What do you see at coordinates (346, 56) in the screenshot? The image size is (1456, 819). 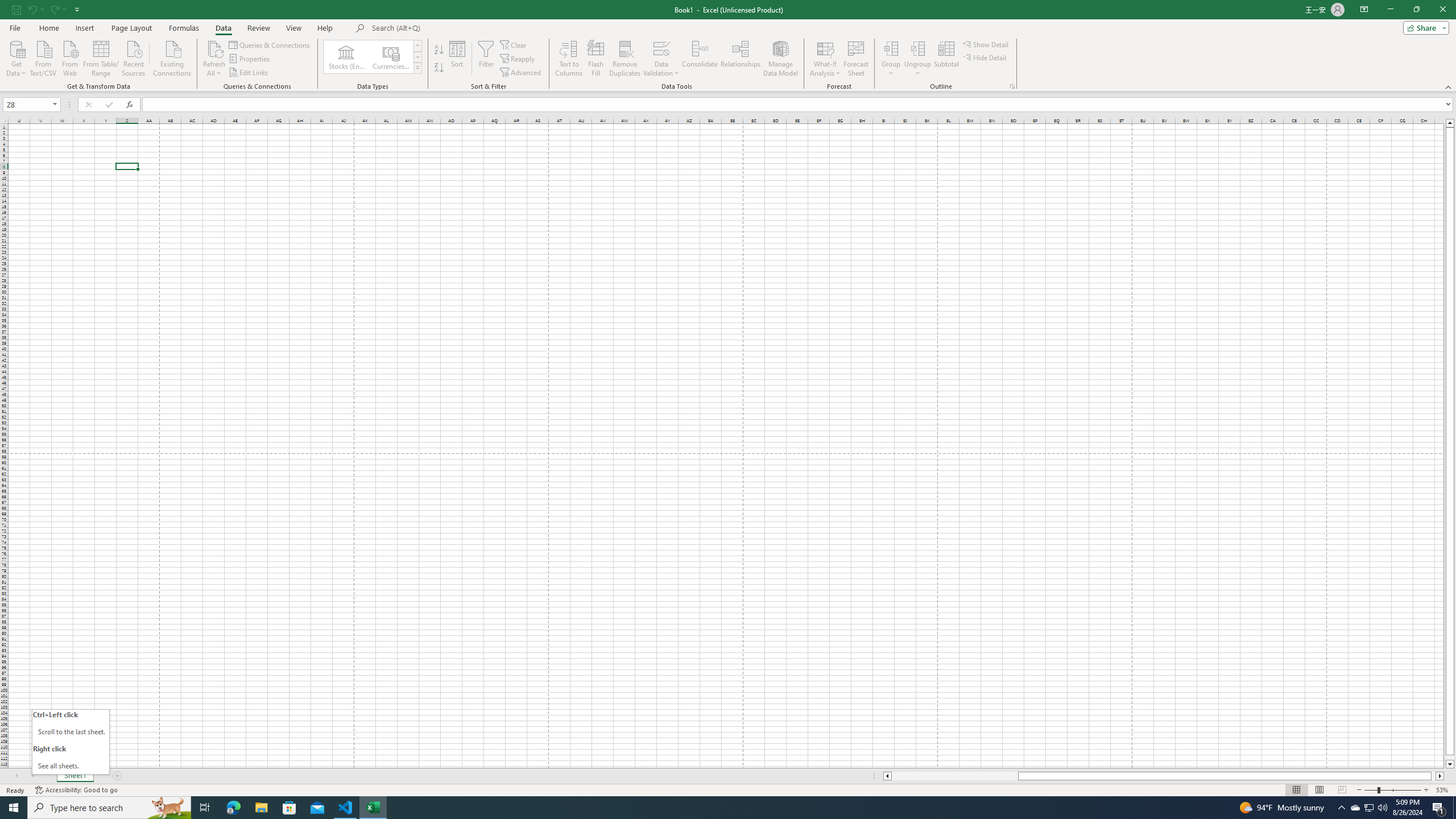 I see `'Stocks (English)'` at bounding box center [346, 56].